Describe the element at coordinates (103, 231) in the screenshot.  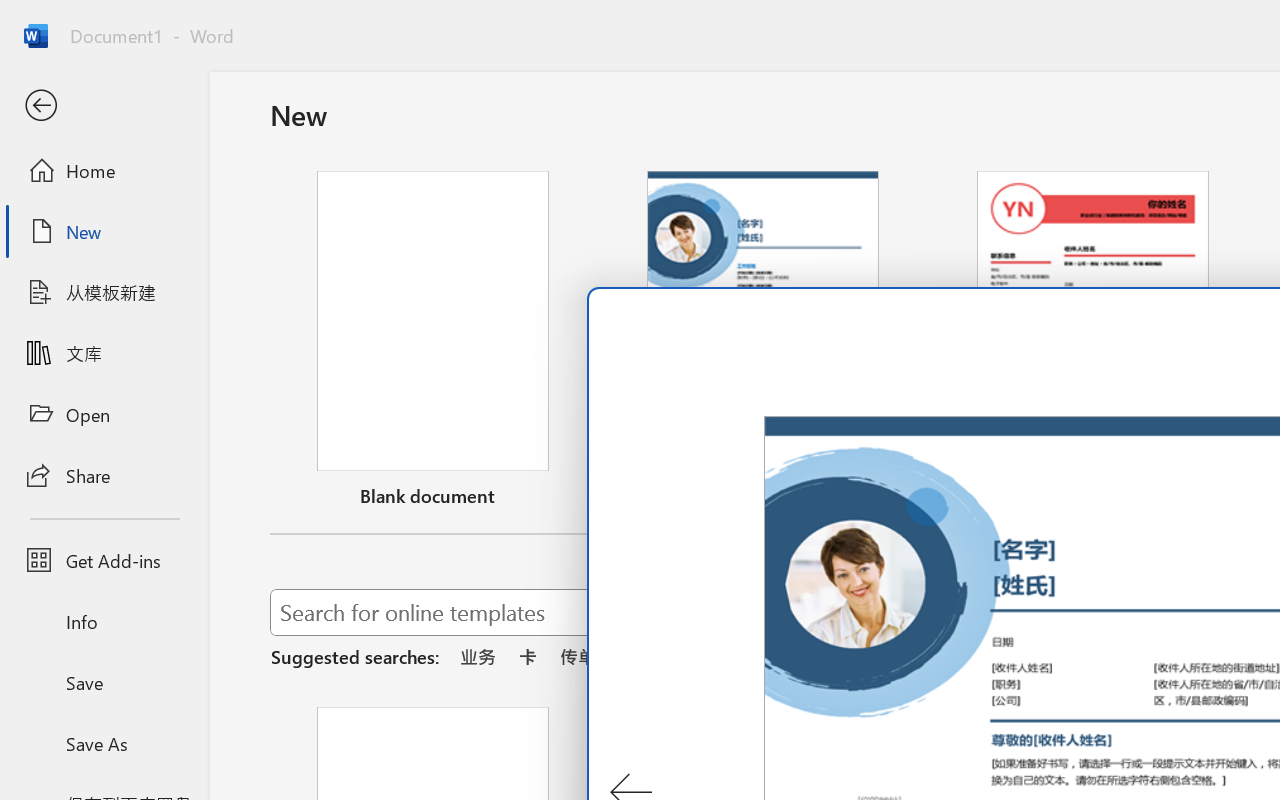
I see `'New'` at that location.